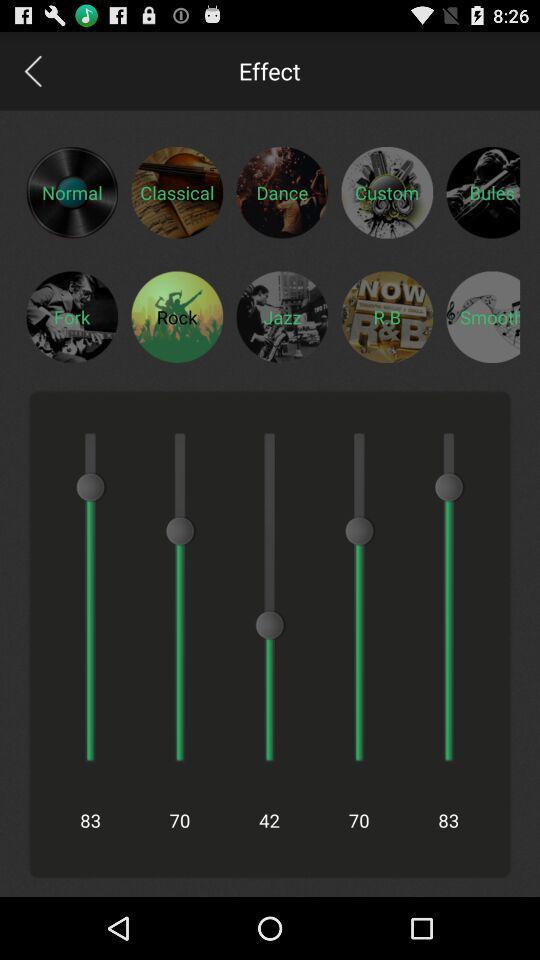  Describe the element at coordinates (482, 192) in the screenshot. I see `open bules` at that location.